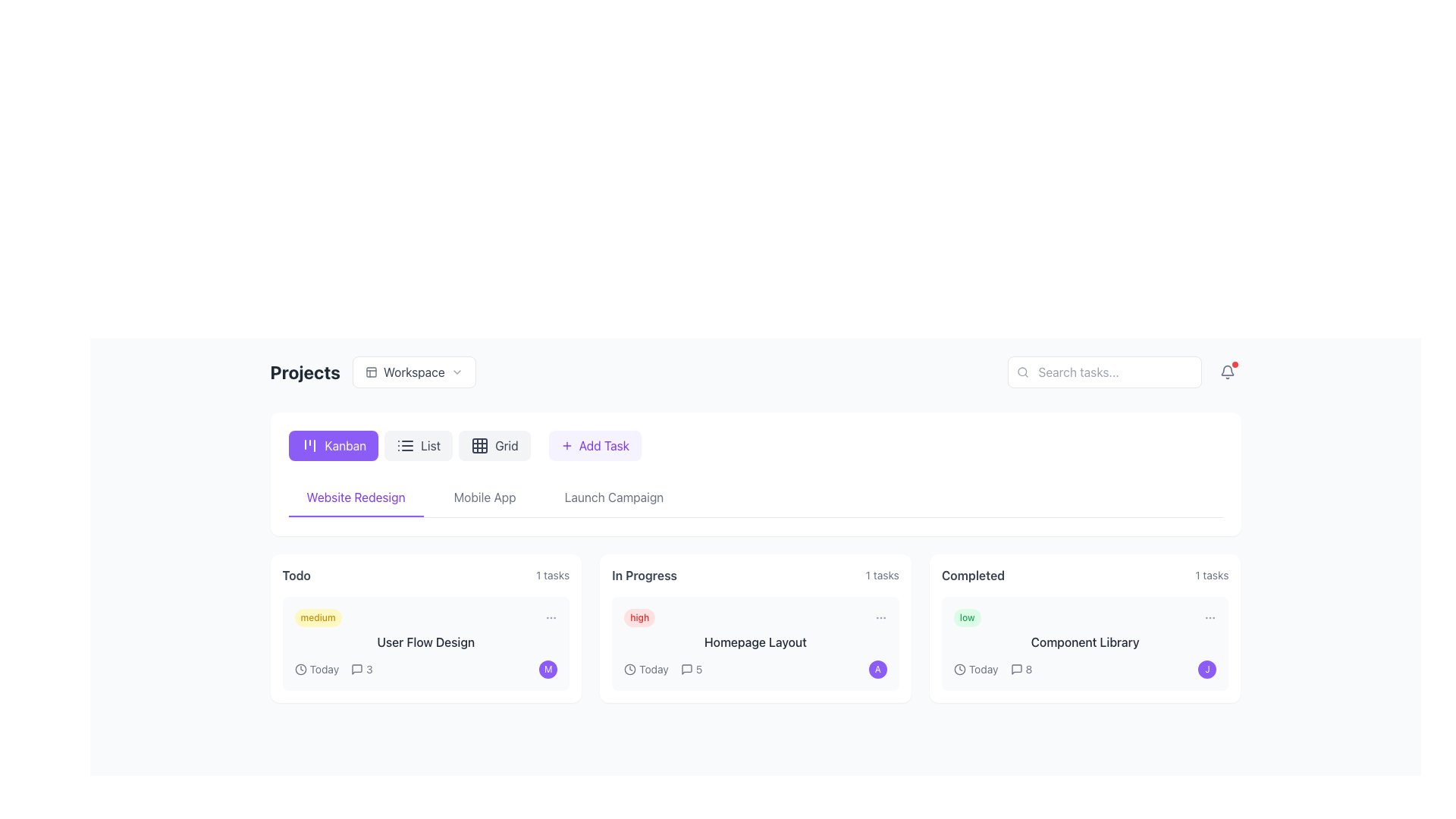  Describe the element at coordinates (419, 444) in the screenshot. I see `the 'List' button, which is a rectangular button with rounded corners, light gray background, and dark gray text, located in the top-central area of the page under the 'Projects' header` at that location.